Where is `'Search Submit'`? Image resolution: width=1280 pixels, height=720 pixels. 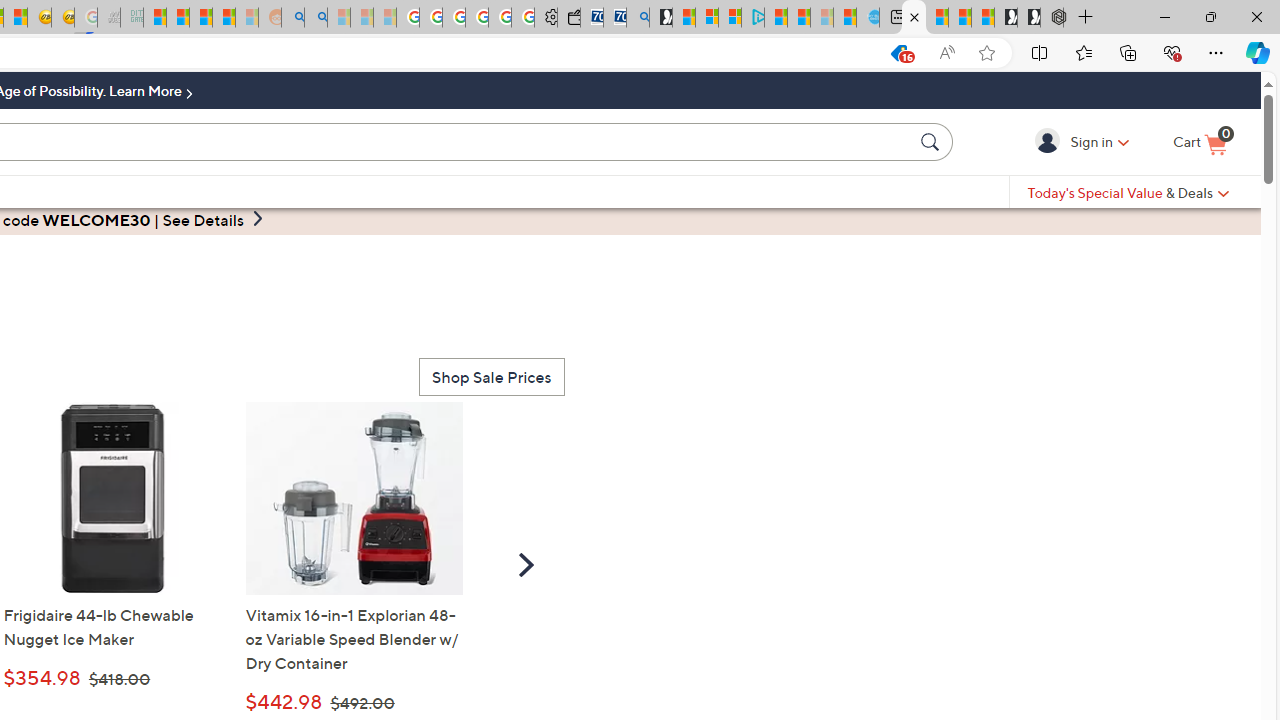
'Search Submit' is located at coordinates (932, 140).